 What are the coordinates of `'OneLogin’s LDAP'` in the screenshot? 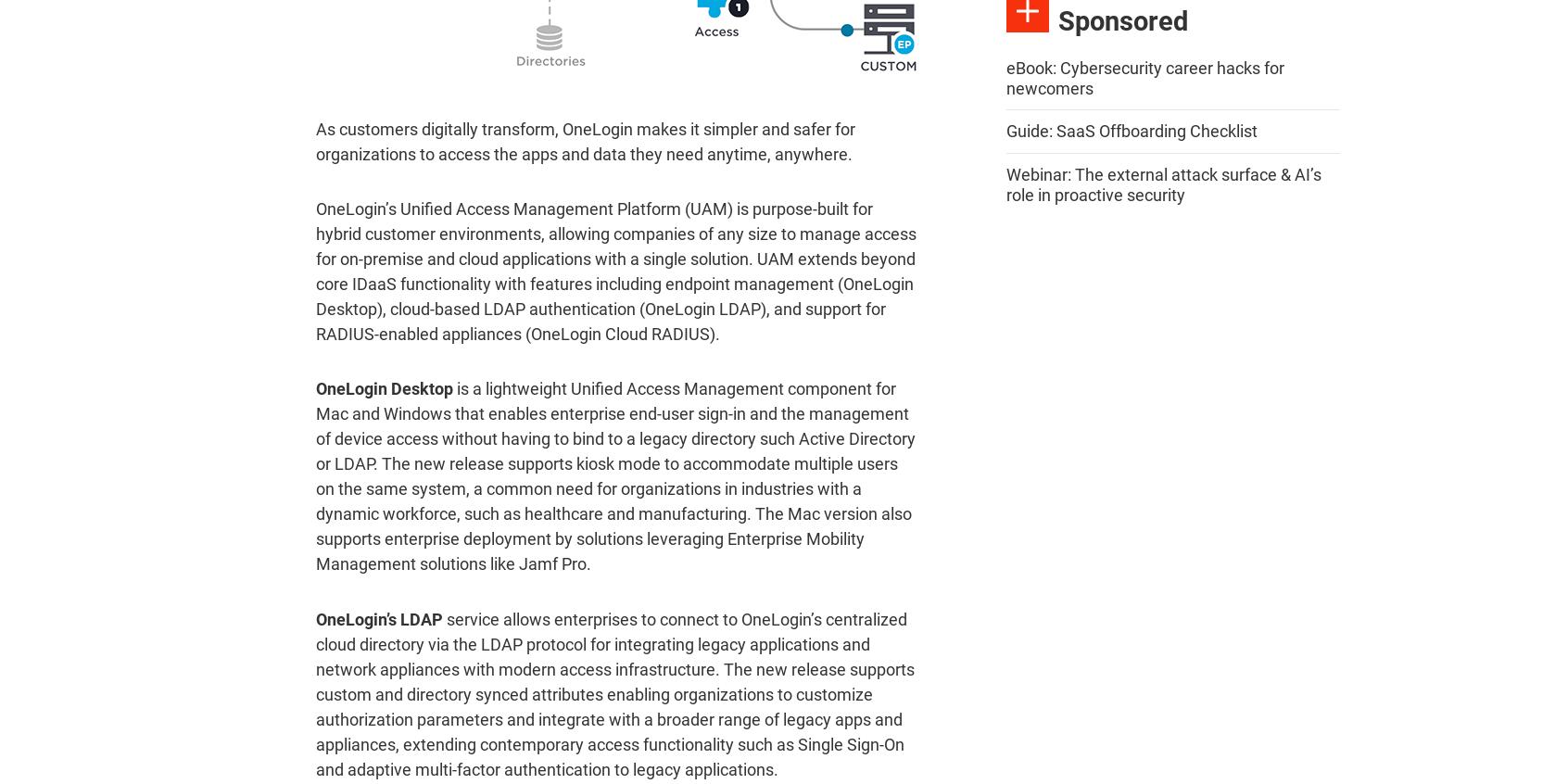 It's located at (379, 618).